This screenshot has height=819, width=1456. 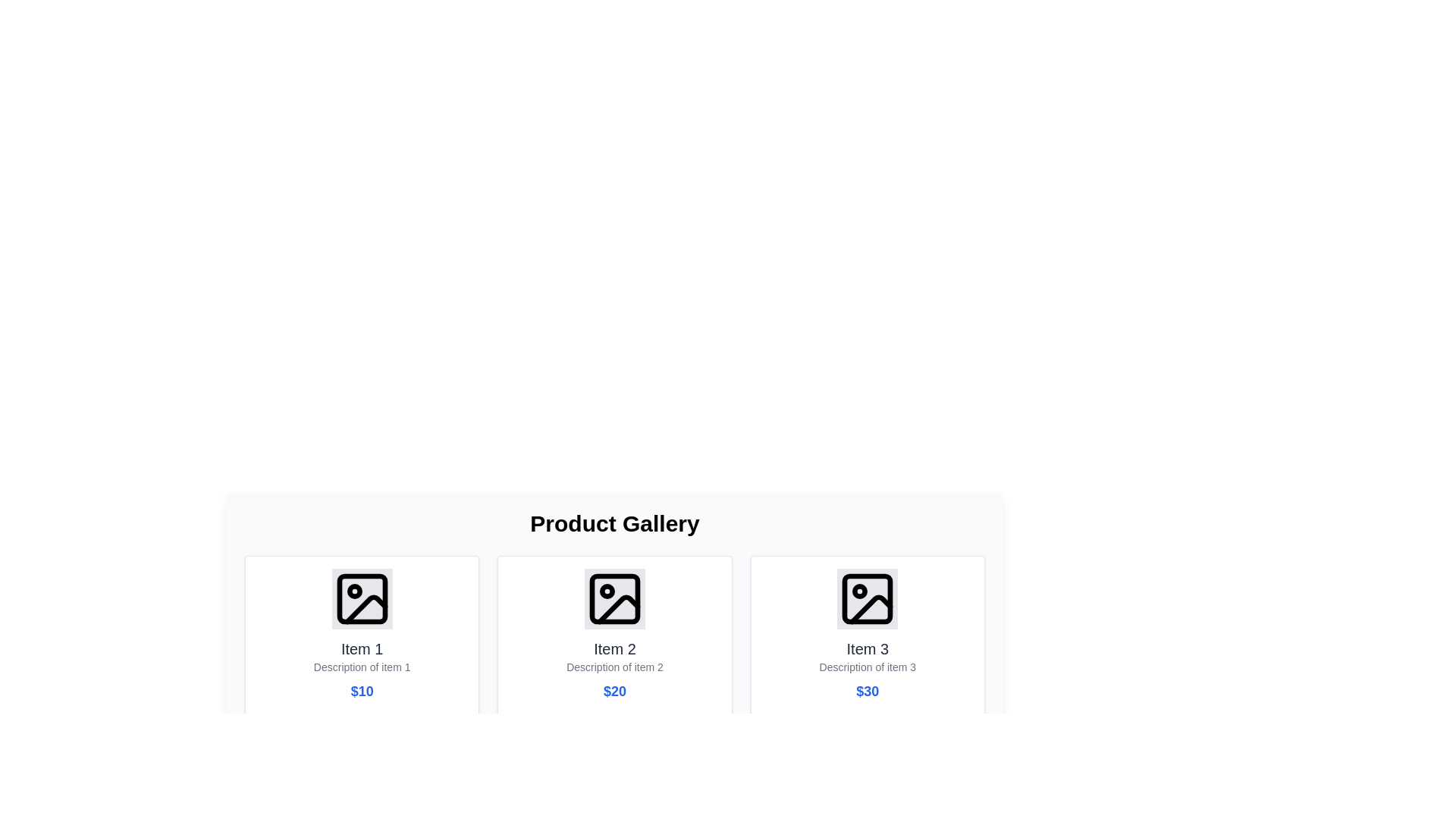 What do you see at coordinates (868, 691) in the screenshot?
I see `the price text label located within the third product card under the title 'Item 3', which is positioned below the item's description 'Description of item 3' and aligned centrally within the card` at bounding box center [868, 691].